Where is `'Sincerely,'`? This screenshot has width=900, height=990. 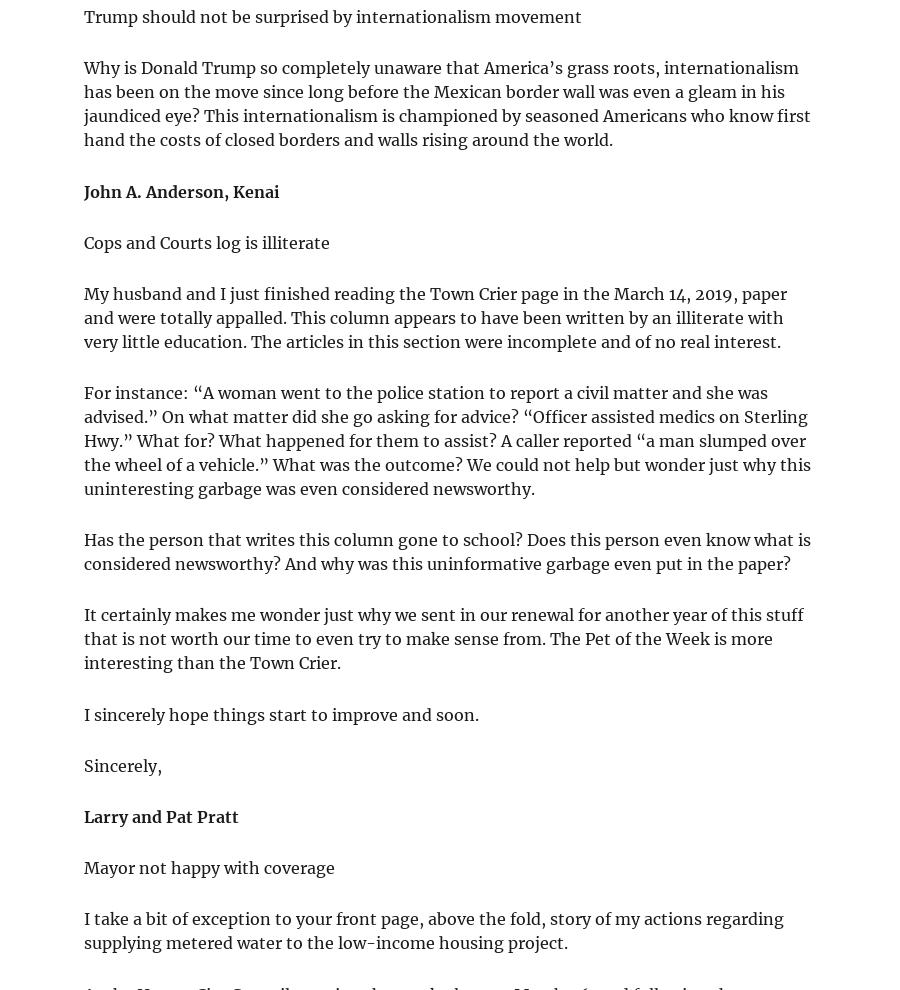
'Sincerely,' is located at coordinates (123, 764).